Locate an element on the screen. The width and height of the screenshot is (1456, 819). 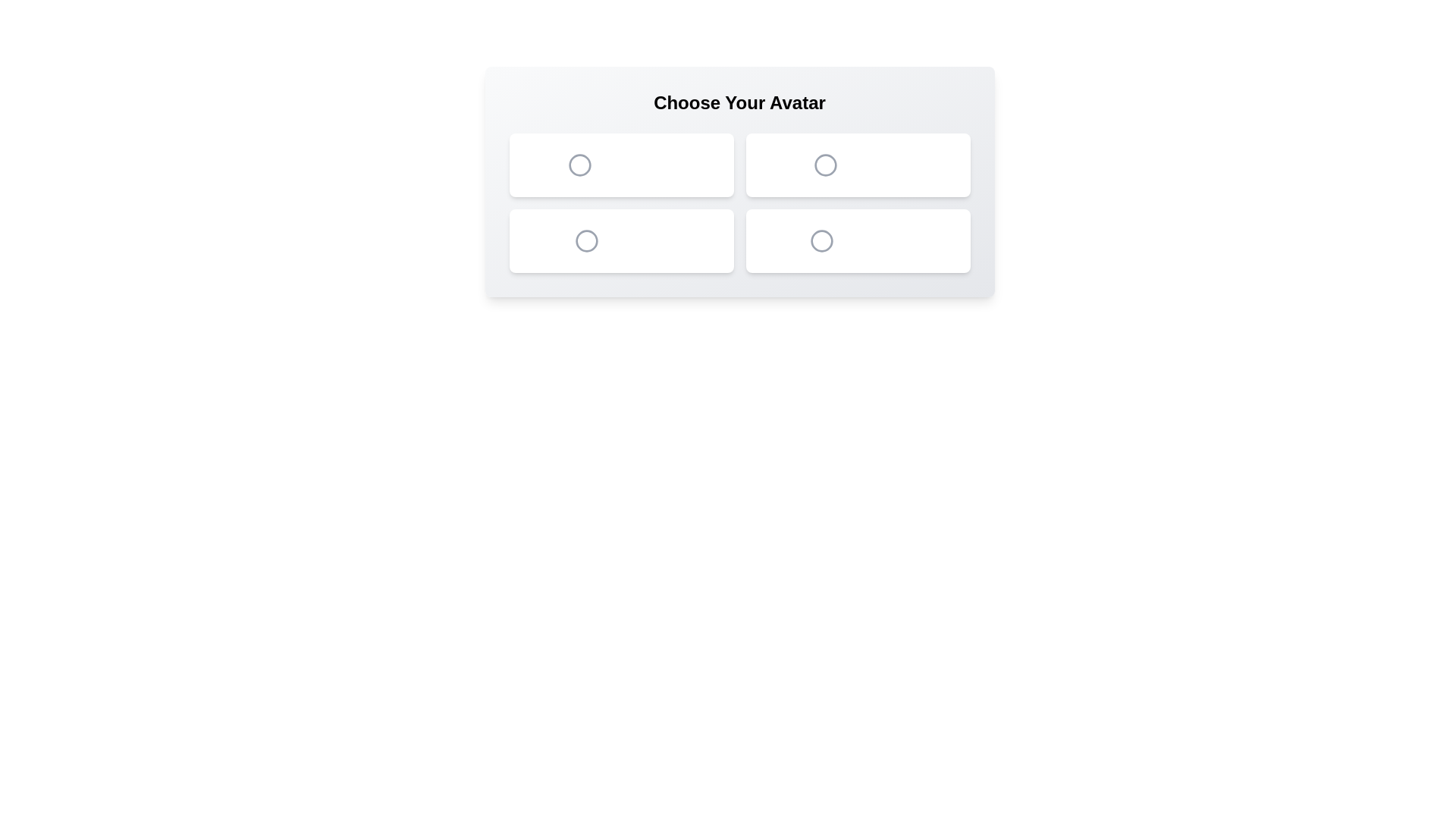
the circular indicator in the second column of the top row within the grid of card-like components is located at coordinates (825, 165).